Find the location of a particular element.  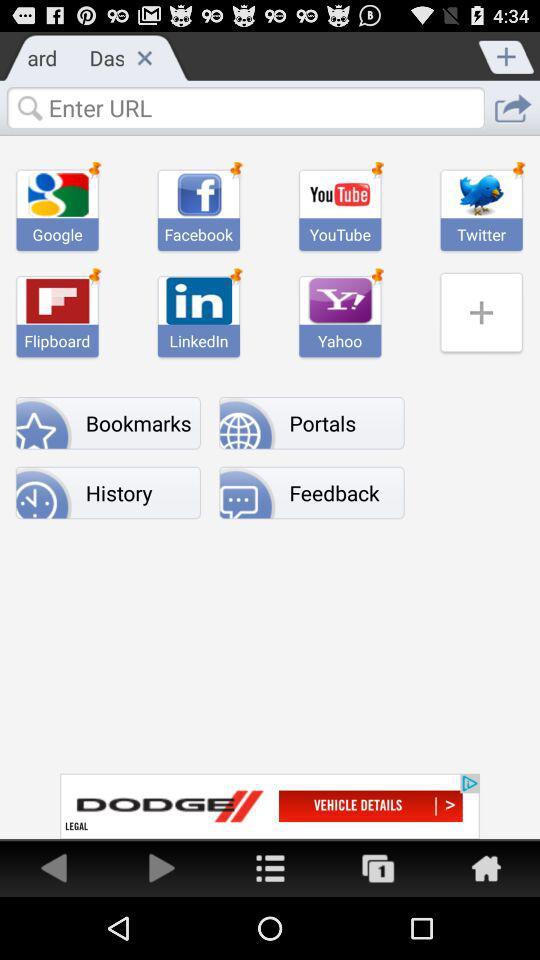

web browser home is located at coordinates (485, 866).